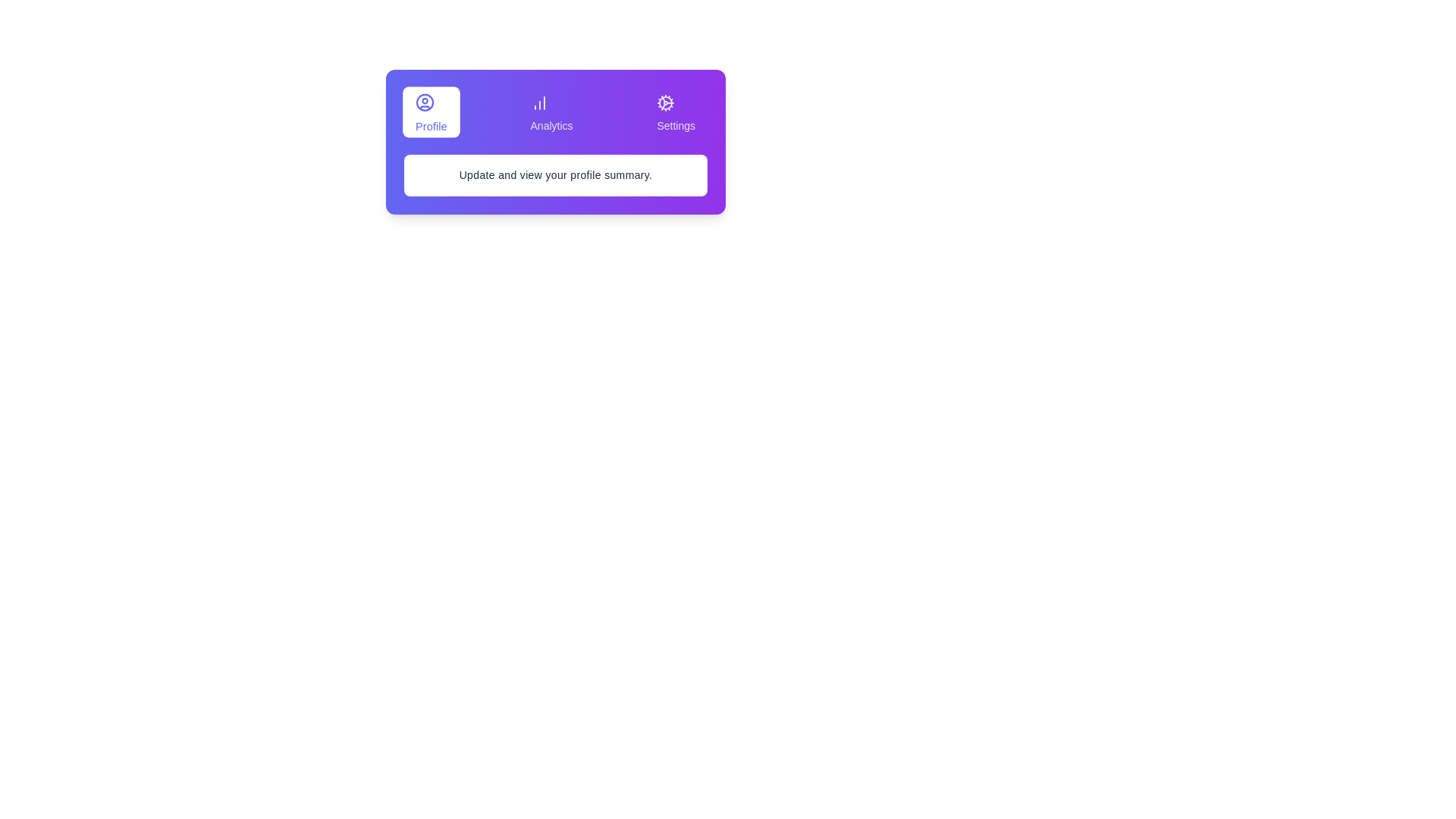 Image resolution: width=1456 pixels, height=819 pixels. What do you see at coordinates (430, 111) in the screenshot?
I see `the Profile tab to trigger hover effects` at bounding box center [430, 111].